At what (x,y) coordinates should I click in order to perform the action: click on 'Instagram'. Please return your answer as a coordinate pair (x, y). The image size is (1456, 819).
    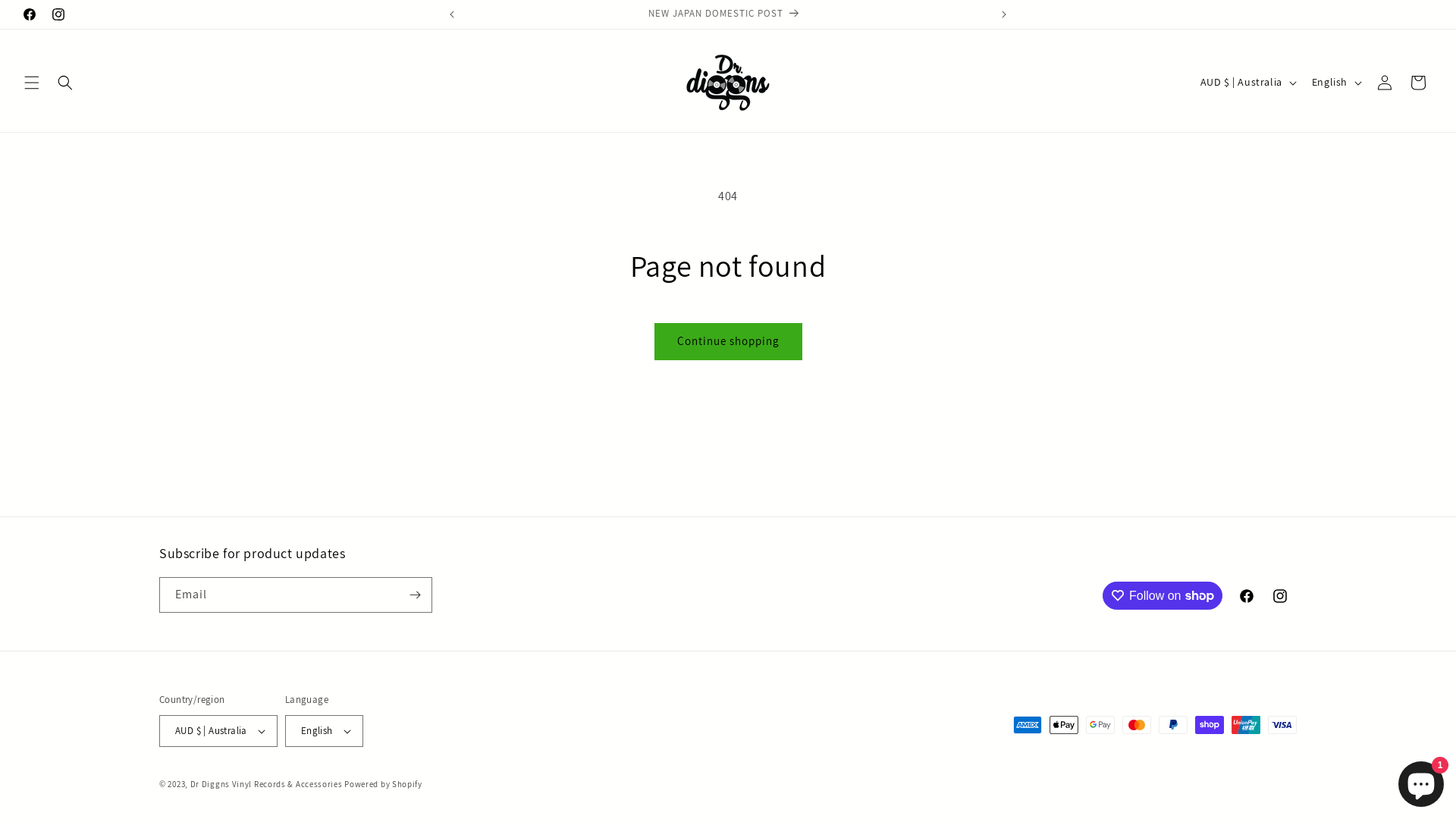
    Looking at the image, I should click on (58, 14).